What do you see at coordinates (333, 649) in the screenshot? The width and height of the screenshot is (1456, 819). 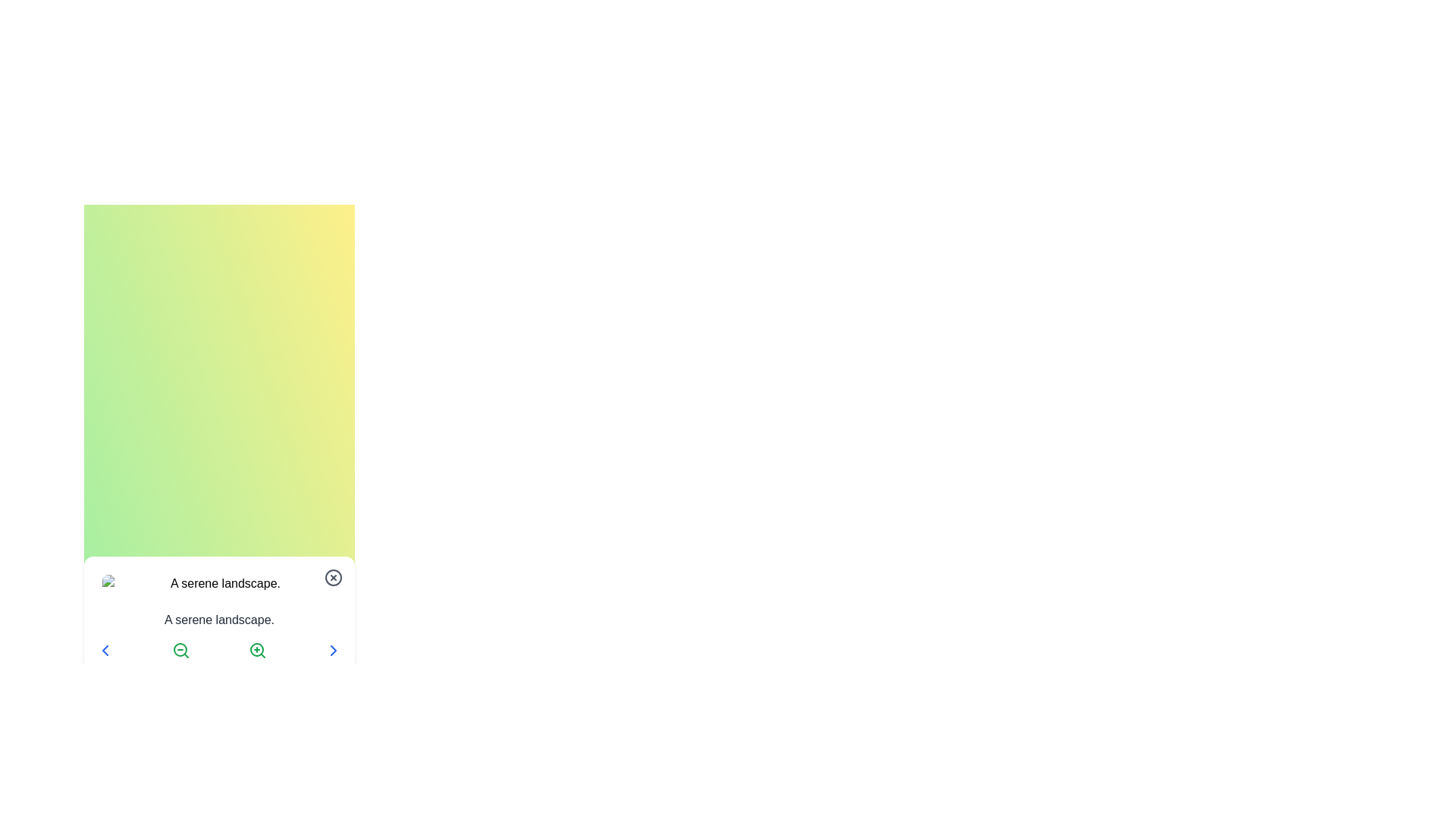 I see `the interactive icon located at the bottom right corner of the interface` at bounding box center [333, 649].